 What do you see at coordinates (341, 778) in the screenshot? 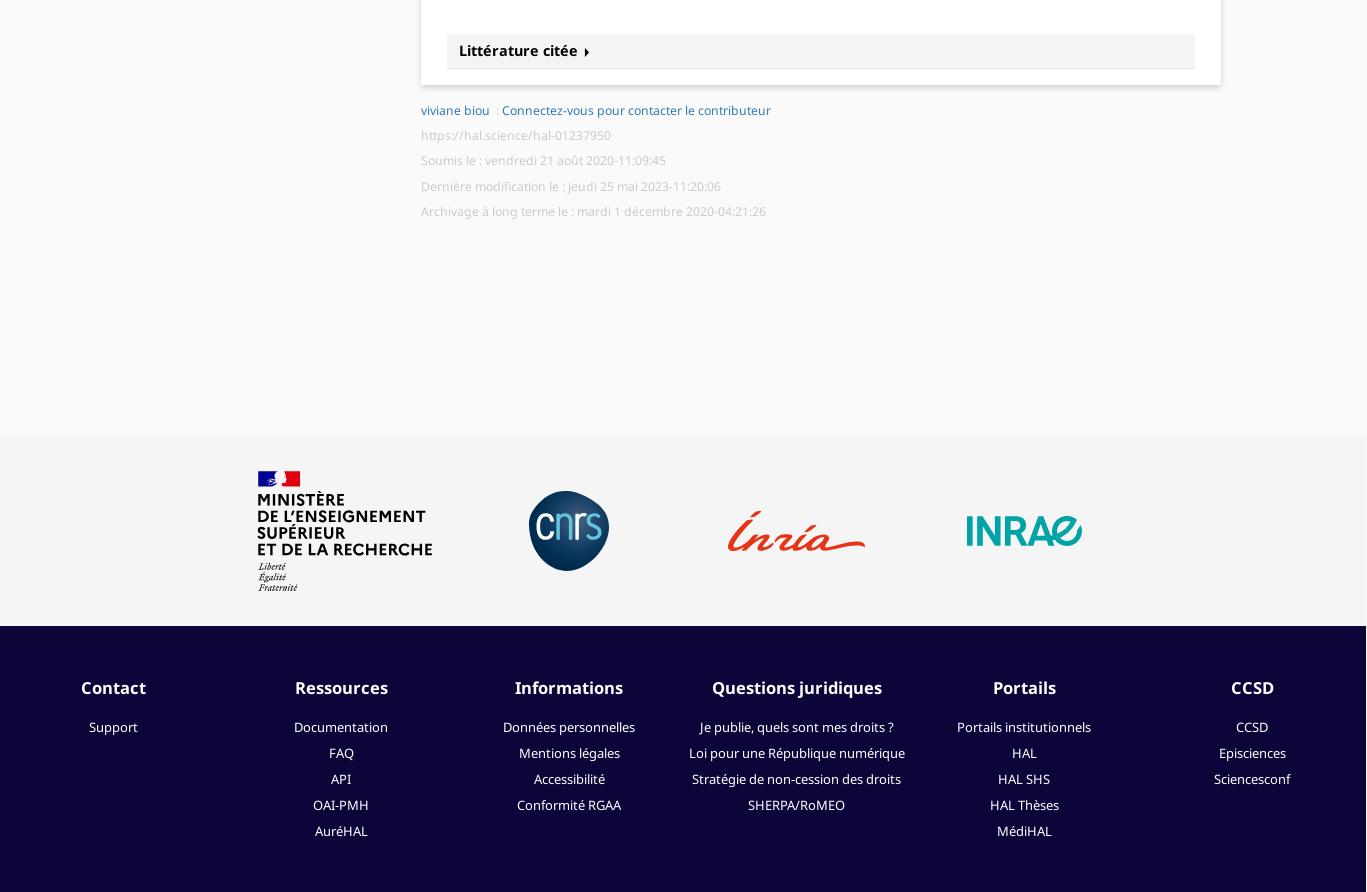
I see `'API'` at bounding box center [341, 778].